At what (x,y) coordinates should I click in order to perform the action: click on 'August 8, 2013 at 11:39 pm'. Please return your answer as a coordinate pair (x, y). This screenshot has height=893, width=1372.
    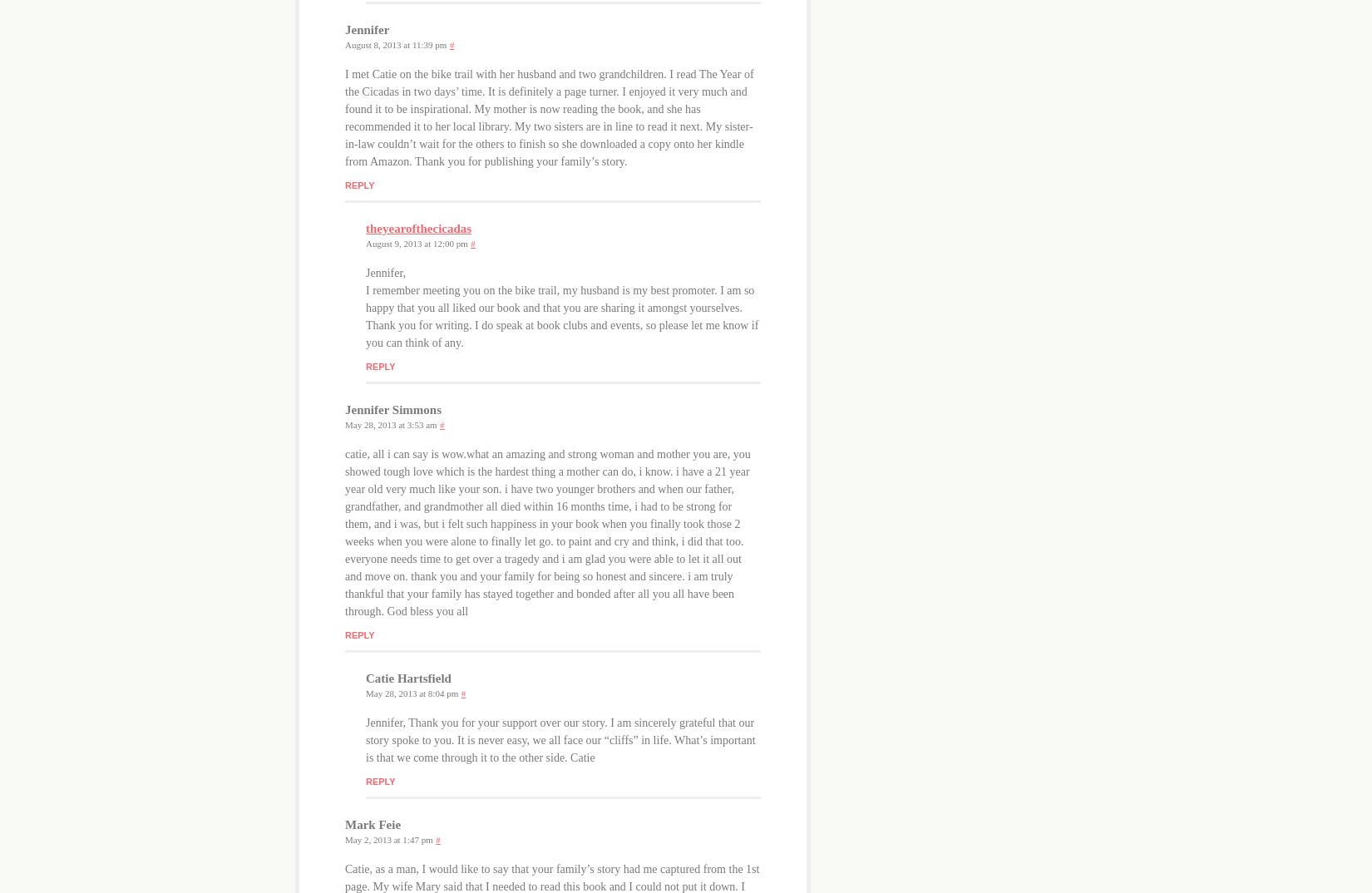
    Looking at the image, I should click on (343, 42).